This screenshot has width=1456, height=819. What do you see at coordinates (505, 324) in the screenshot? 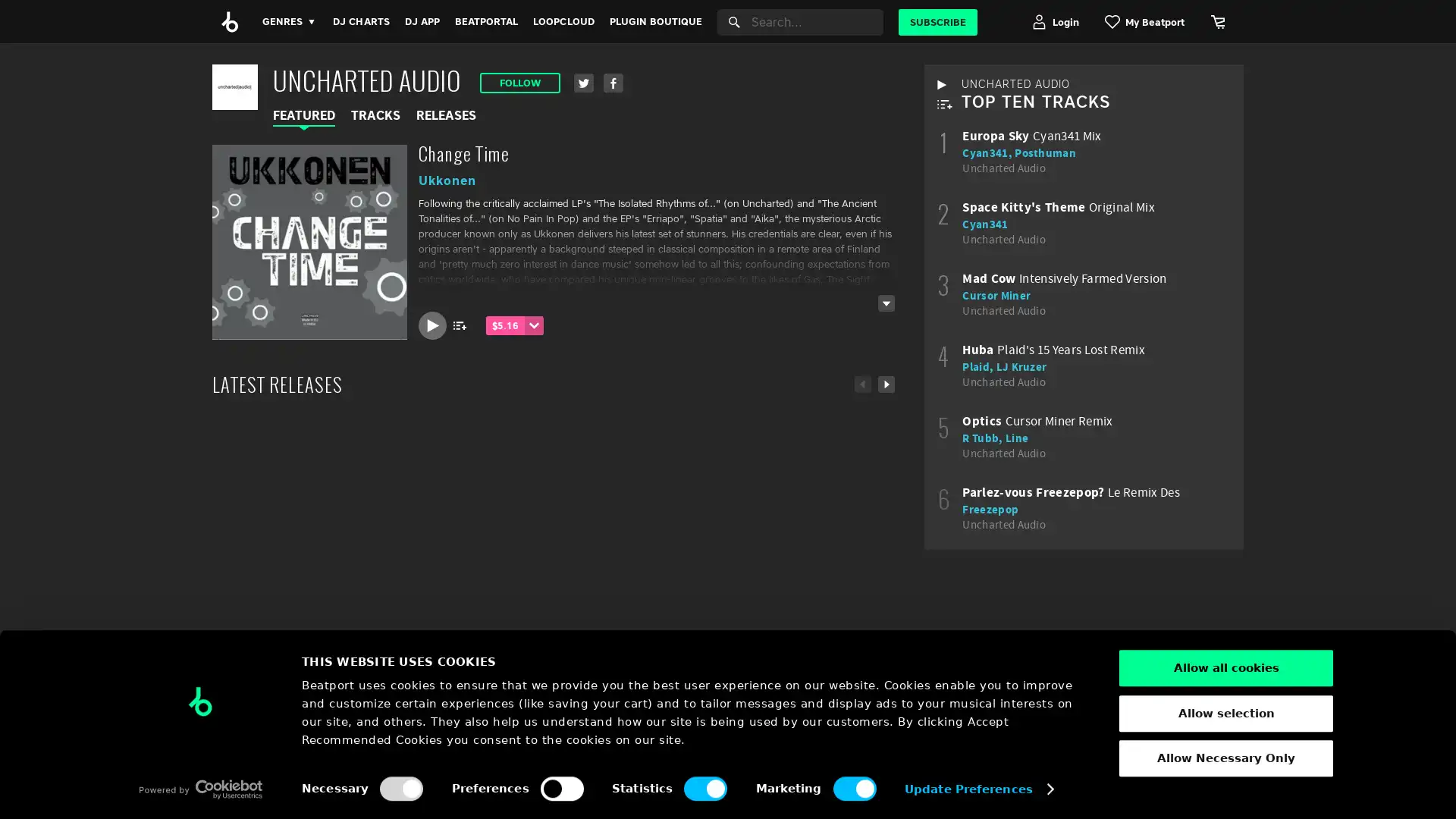
I see `$5.16` at bounding box center [505, 324].